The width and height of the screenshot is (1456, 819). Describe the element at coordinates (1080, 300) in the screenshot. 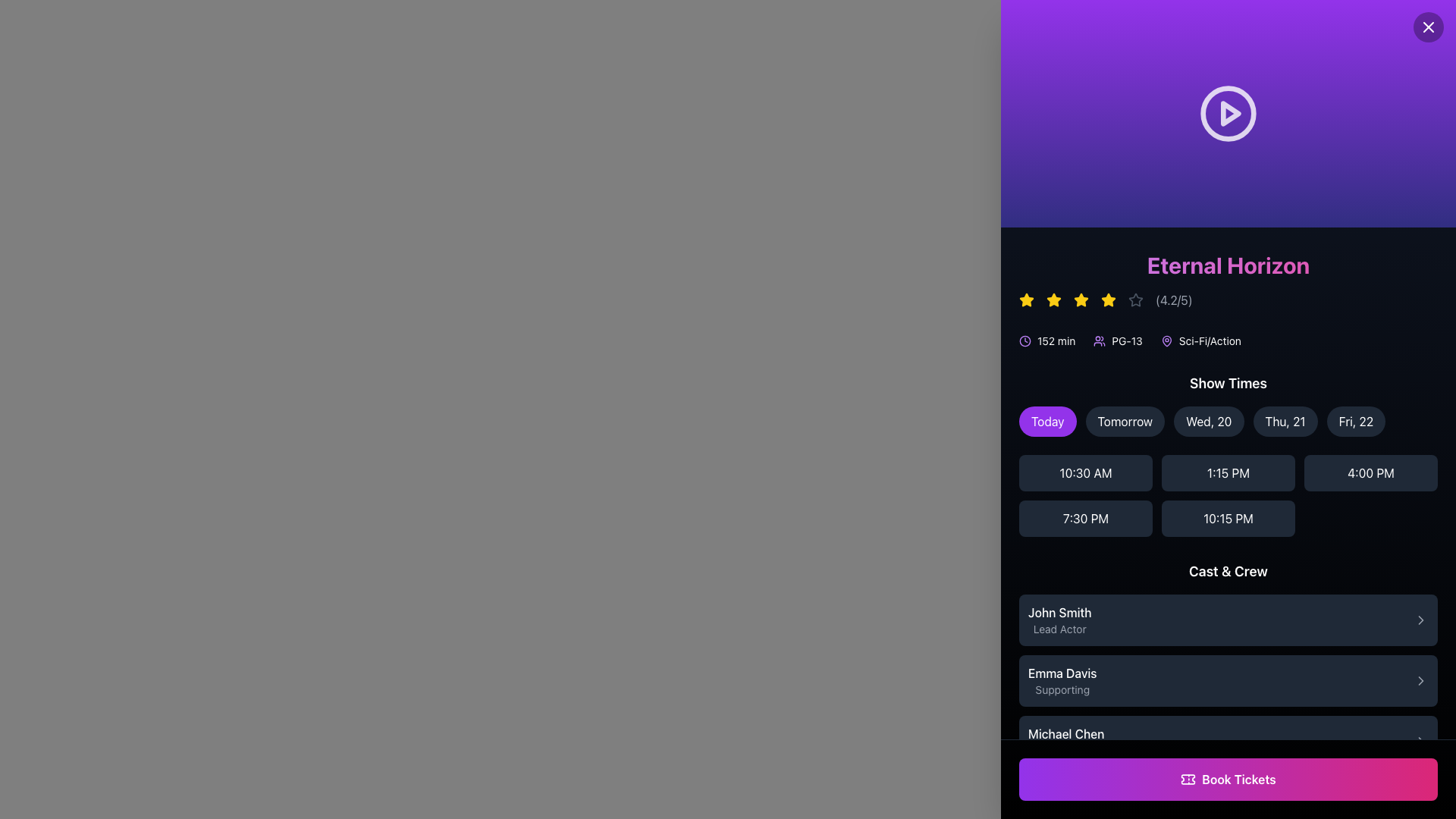

I see `the fourth star icon in the rating system, positioned between the third and fifth stars` at that location.